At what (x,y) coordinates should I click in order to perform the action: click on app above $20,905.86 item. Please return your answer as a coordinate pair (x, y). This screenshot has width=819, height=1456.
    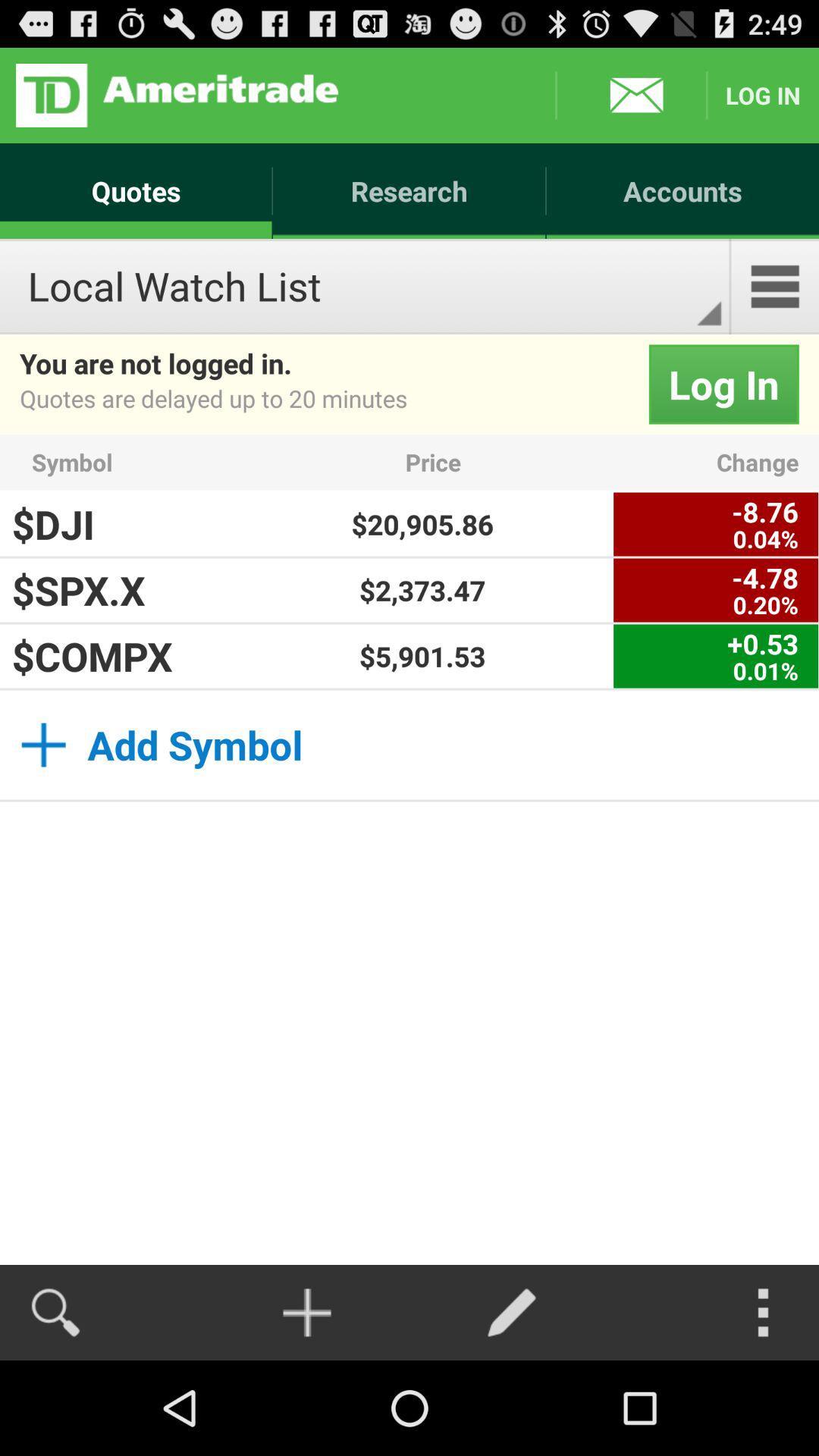
    Looking at the image, I should click on (505, 461).